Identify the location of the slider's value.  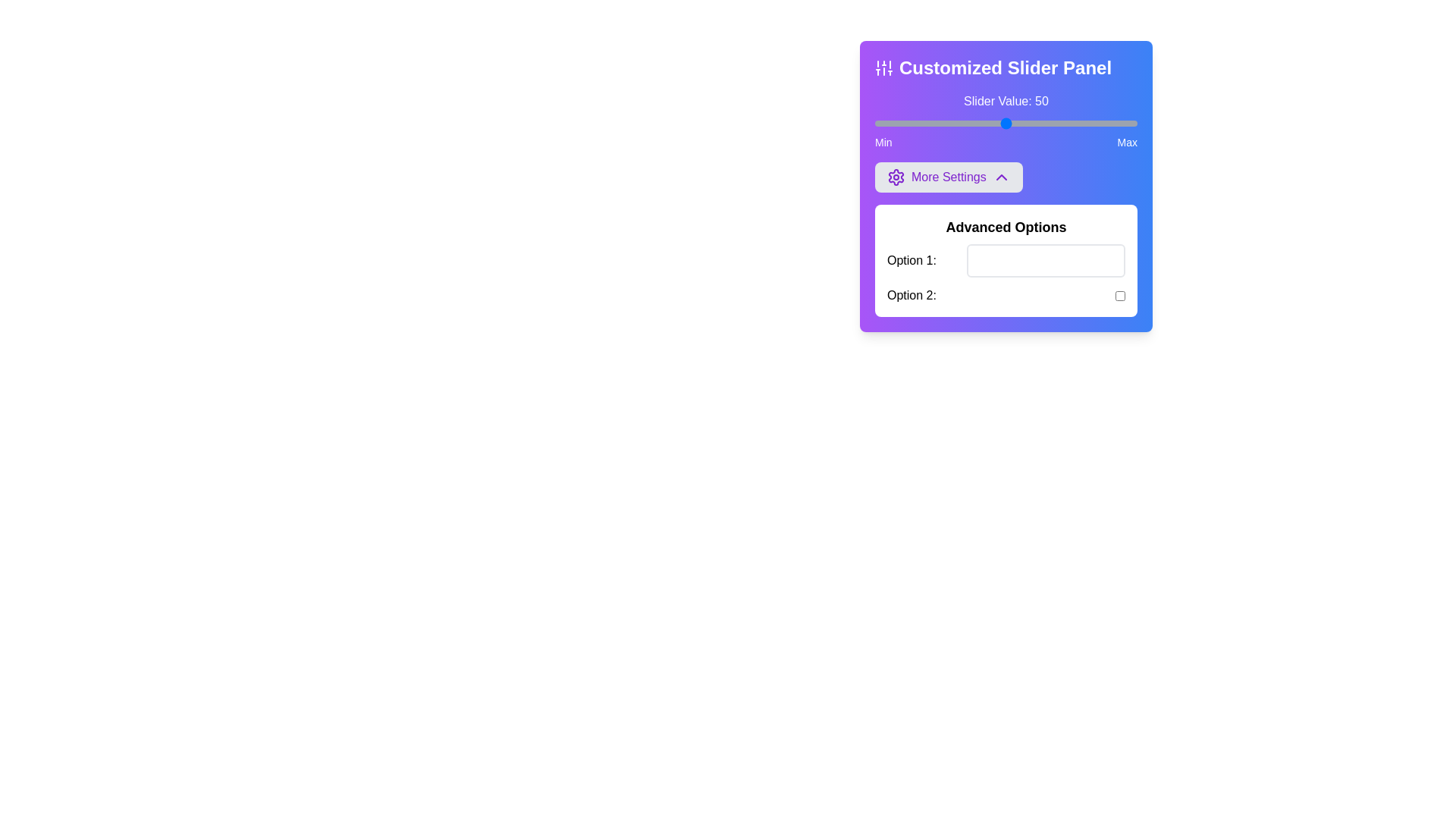
(1040, 122).